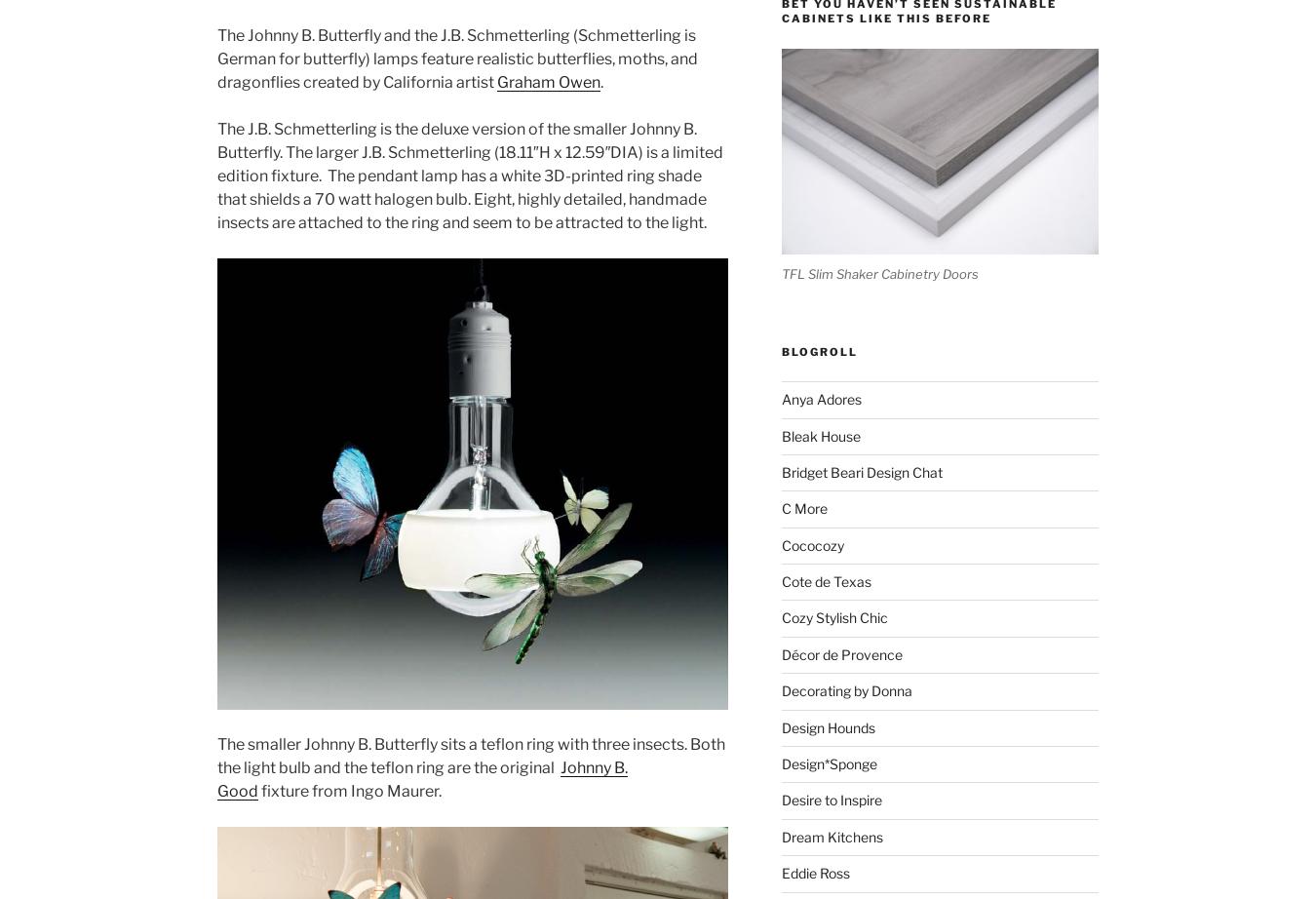 The height and width of the screenshot is (899, 1316). I want to click on 'Dream Kitchens', so click(780, 835).